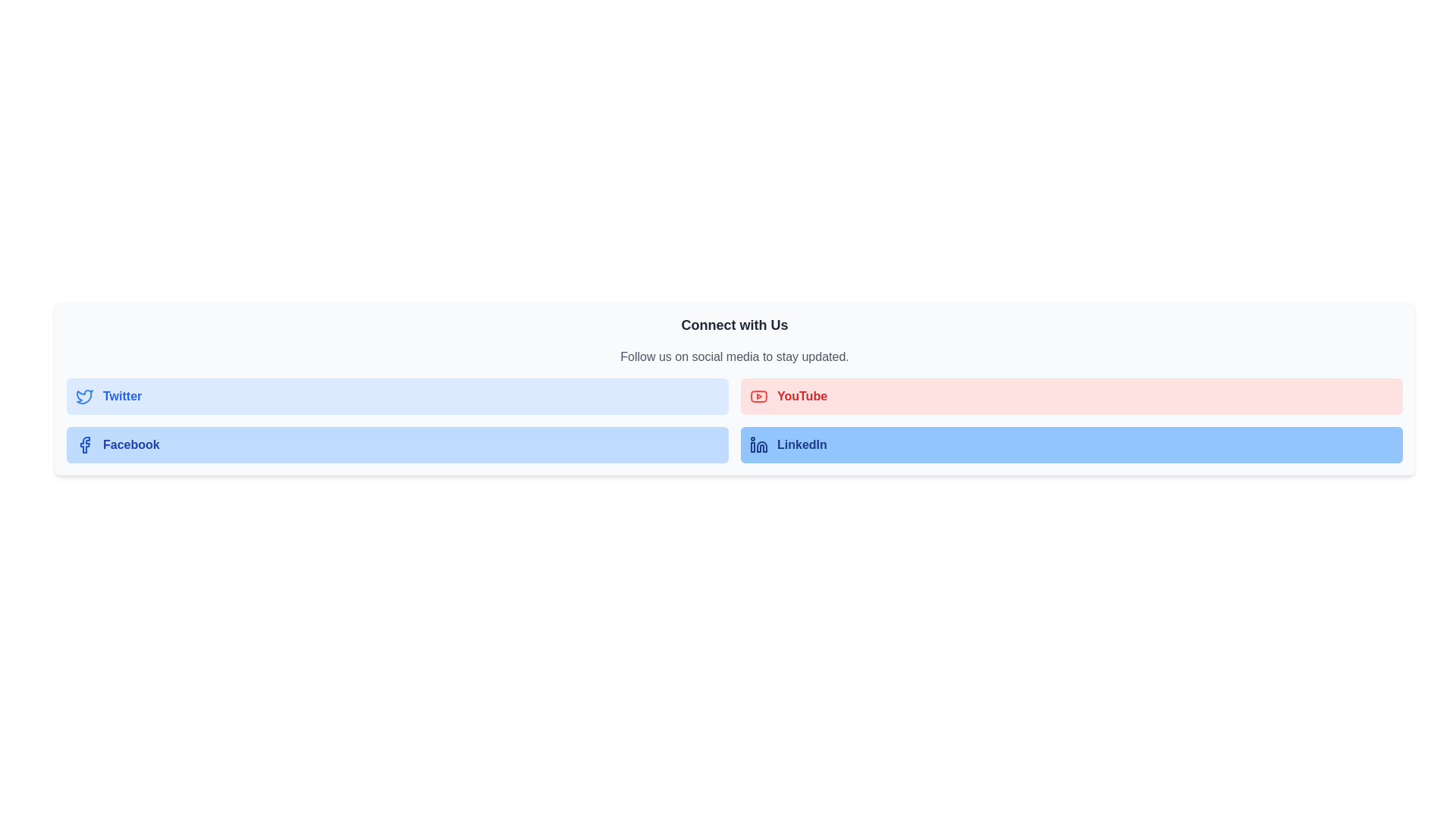 This screenshot has width=1456, height=819. Describe the element at coordinates (802, 396) in the screenshot. I see `the 'YouTube' text label, which is displayed in bold red font and designed as a clickable link, located to the right of a 'YouTube' icon` at that location.